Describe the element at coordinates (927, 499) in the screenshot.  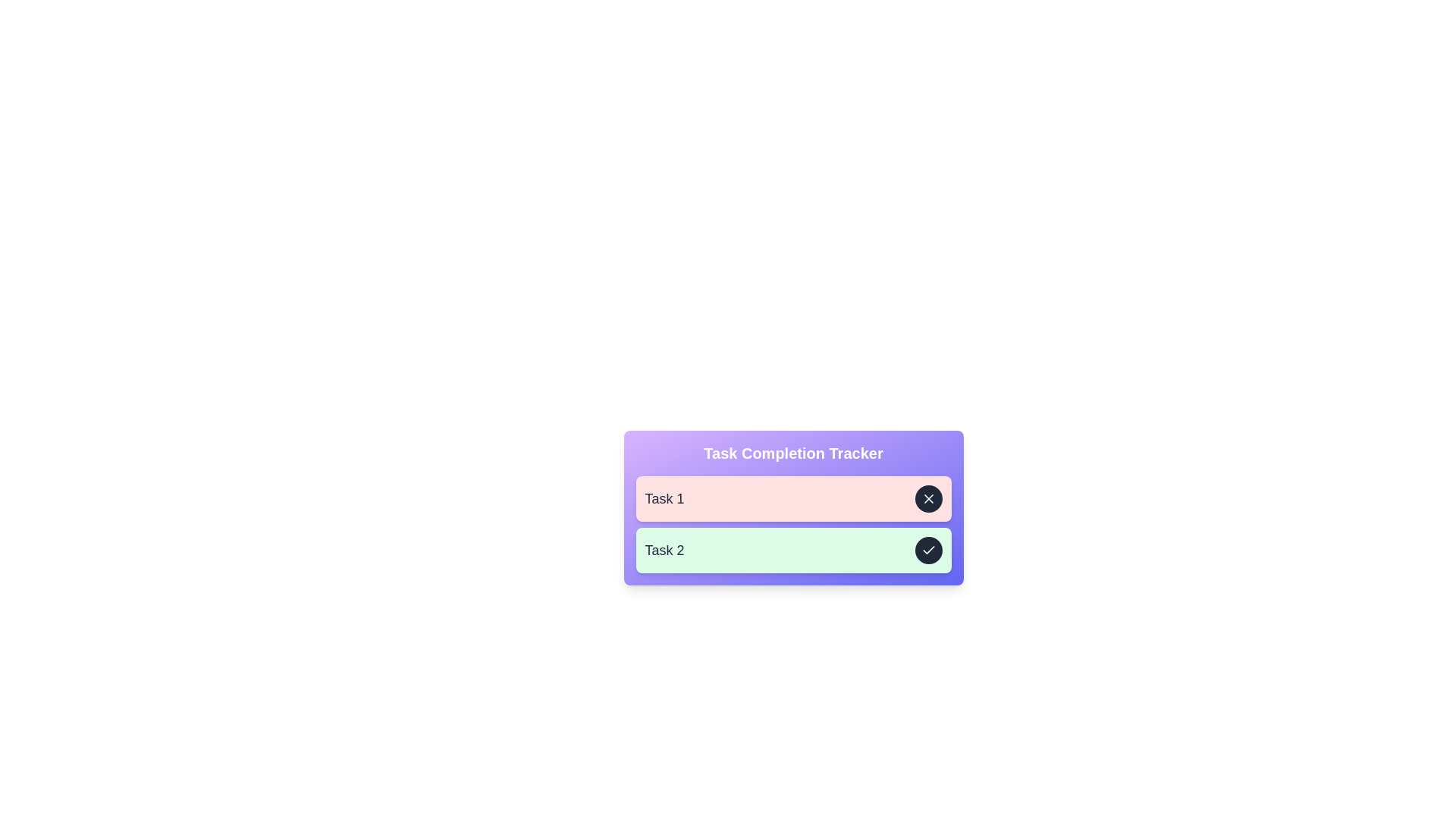
I see `the delete icon button located on the right side of the 'Task 1' row in the task completion tracker` at that location.